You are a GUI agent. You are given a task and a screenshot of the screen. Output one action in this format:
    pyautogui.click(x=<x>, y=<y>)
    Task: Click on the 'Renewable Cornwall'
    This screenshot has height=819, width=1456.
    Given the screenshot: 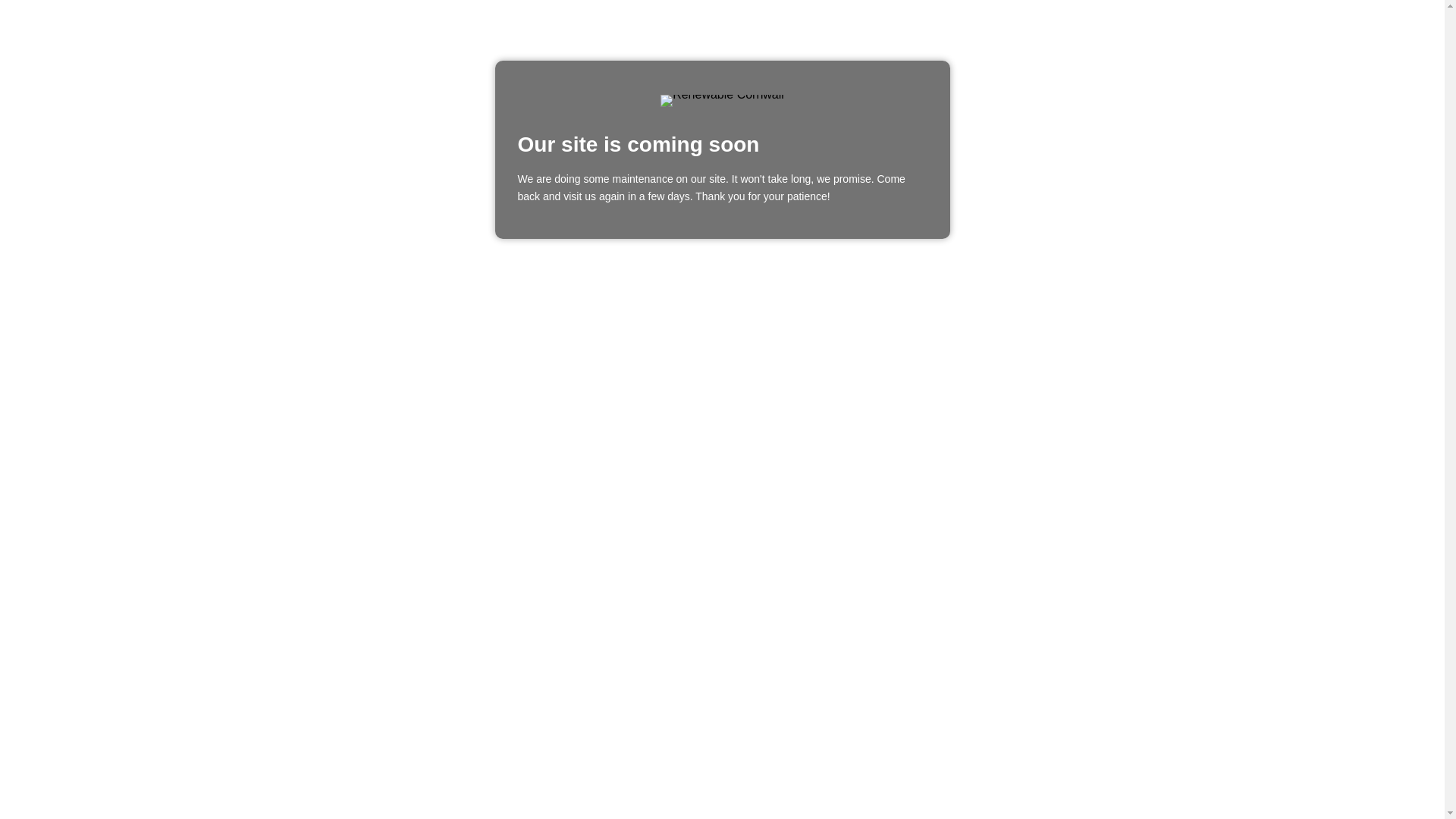 What is the action you would take?
    pyautogui.click(x=721, y=100)
    